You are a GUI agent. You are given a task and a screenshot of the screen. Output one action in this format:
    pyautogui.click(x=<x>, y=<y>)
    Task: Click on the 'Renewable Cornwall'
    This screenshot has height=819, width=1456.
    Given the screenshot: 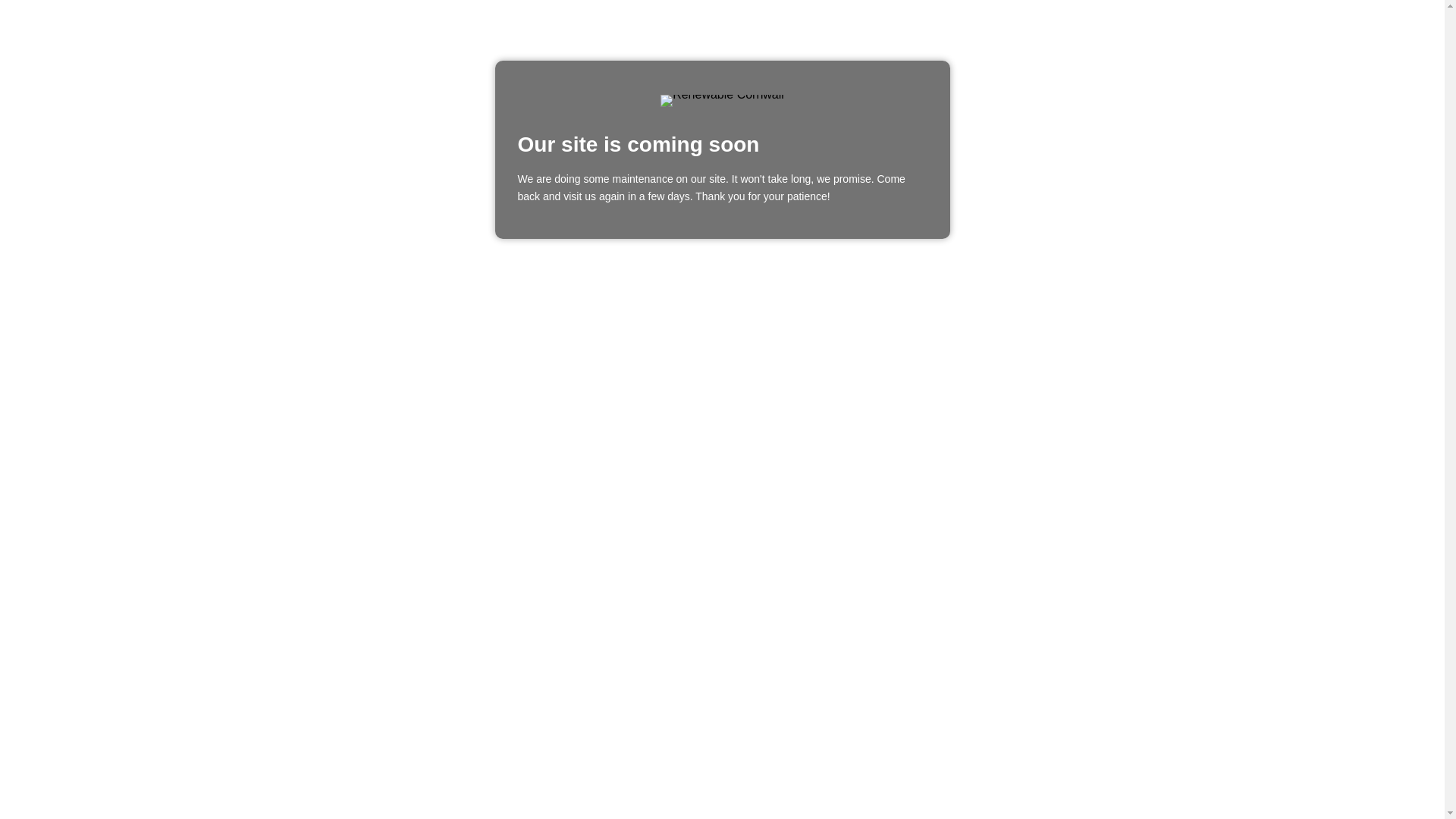 What is the action you would take?
    pyautogui.click(x=721, y=100)
    